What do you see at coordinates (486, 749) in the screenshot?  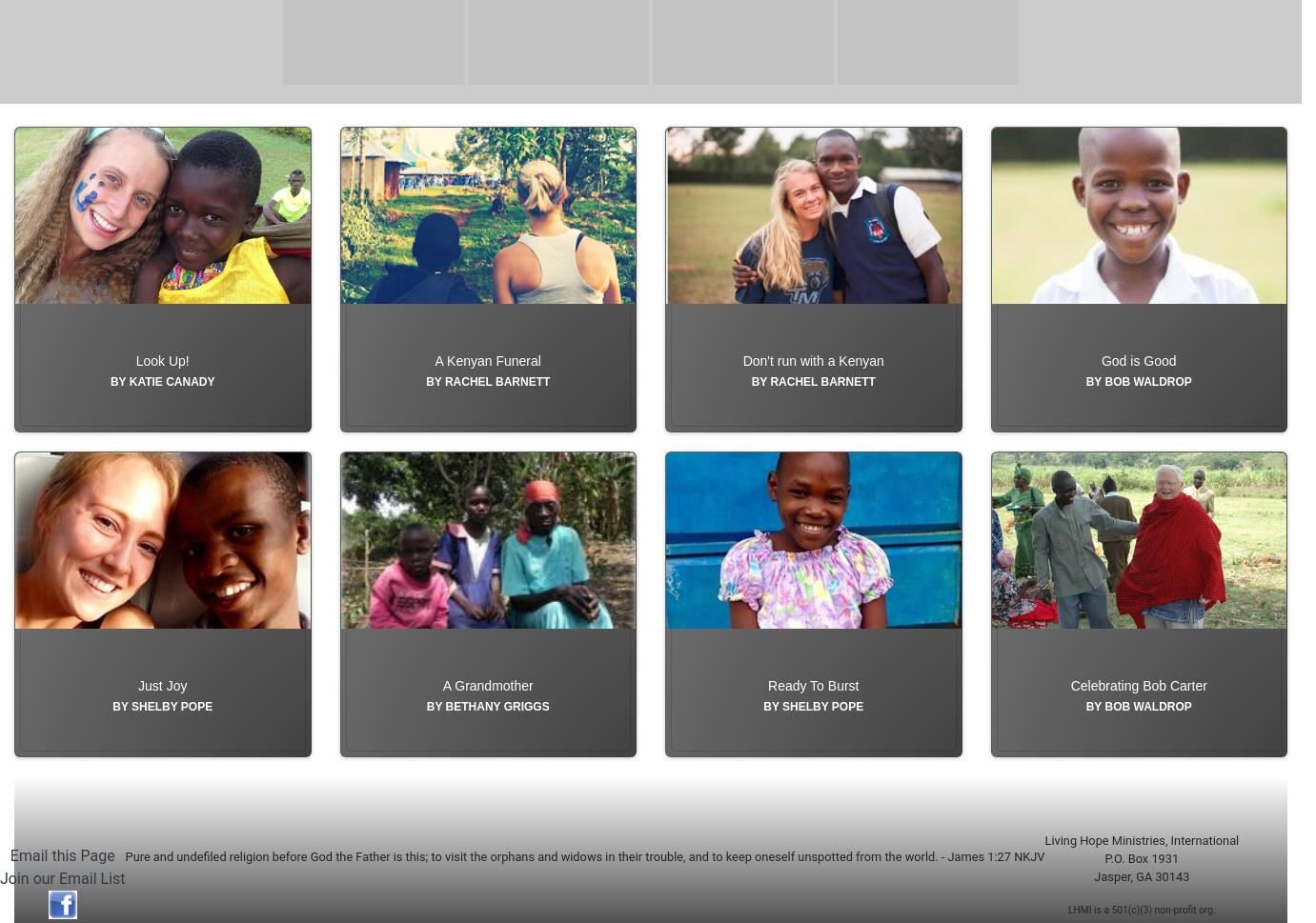 I see `'by Bethany Griggs'` at bounding box center [486, 749].